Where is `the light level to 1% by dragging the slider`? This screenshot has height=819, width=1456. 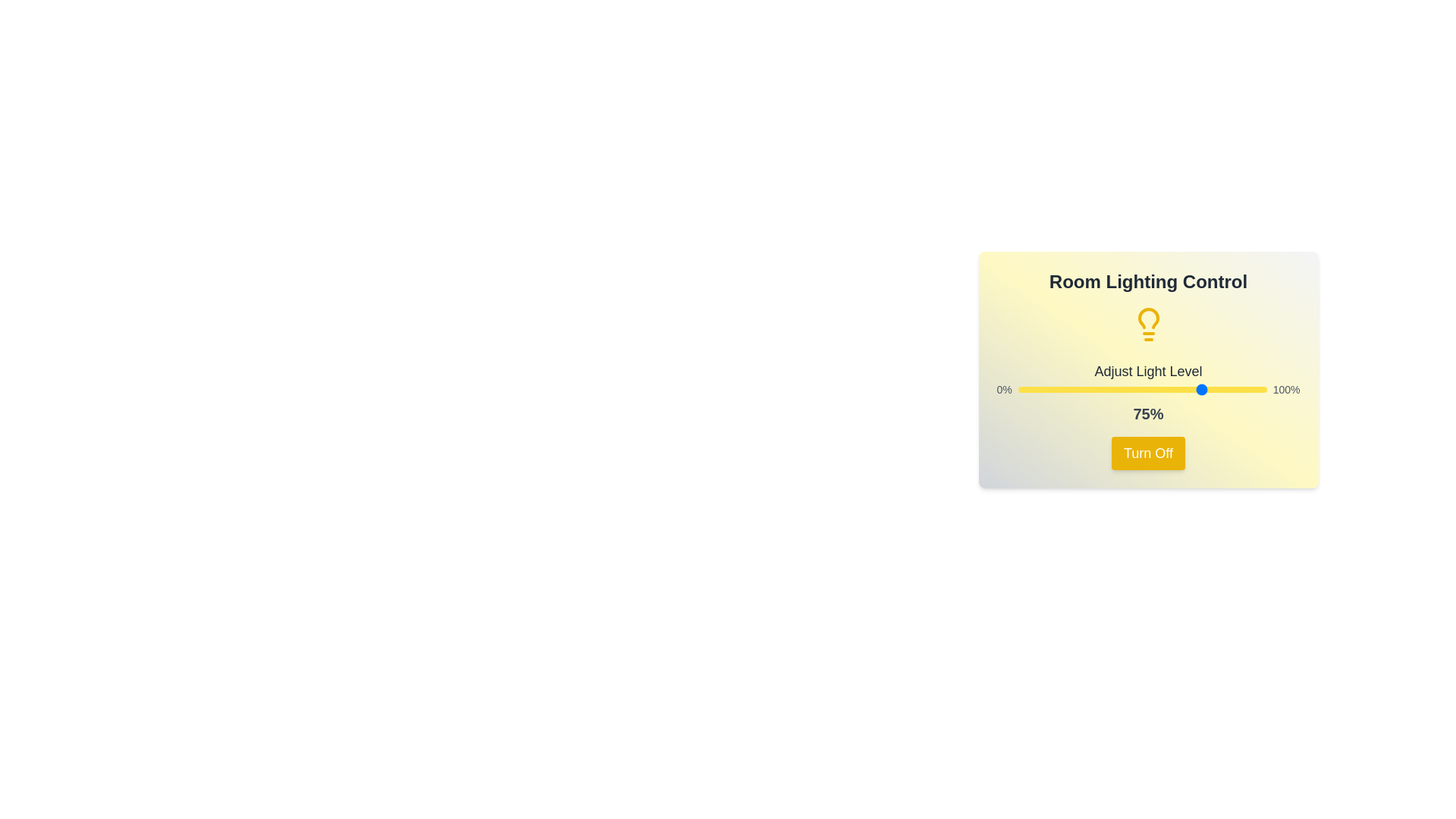
the light level to 1% by dragging the slider is located at coordinates (1020, 388).